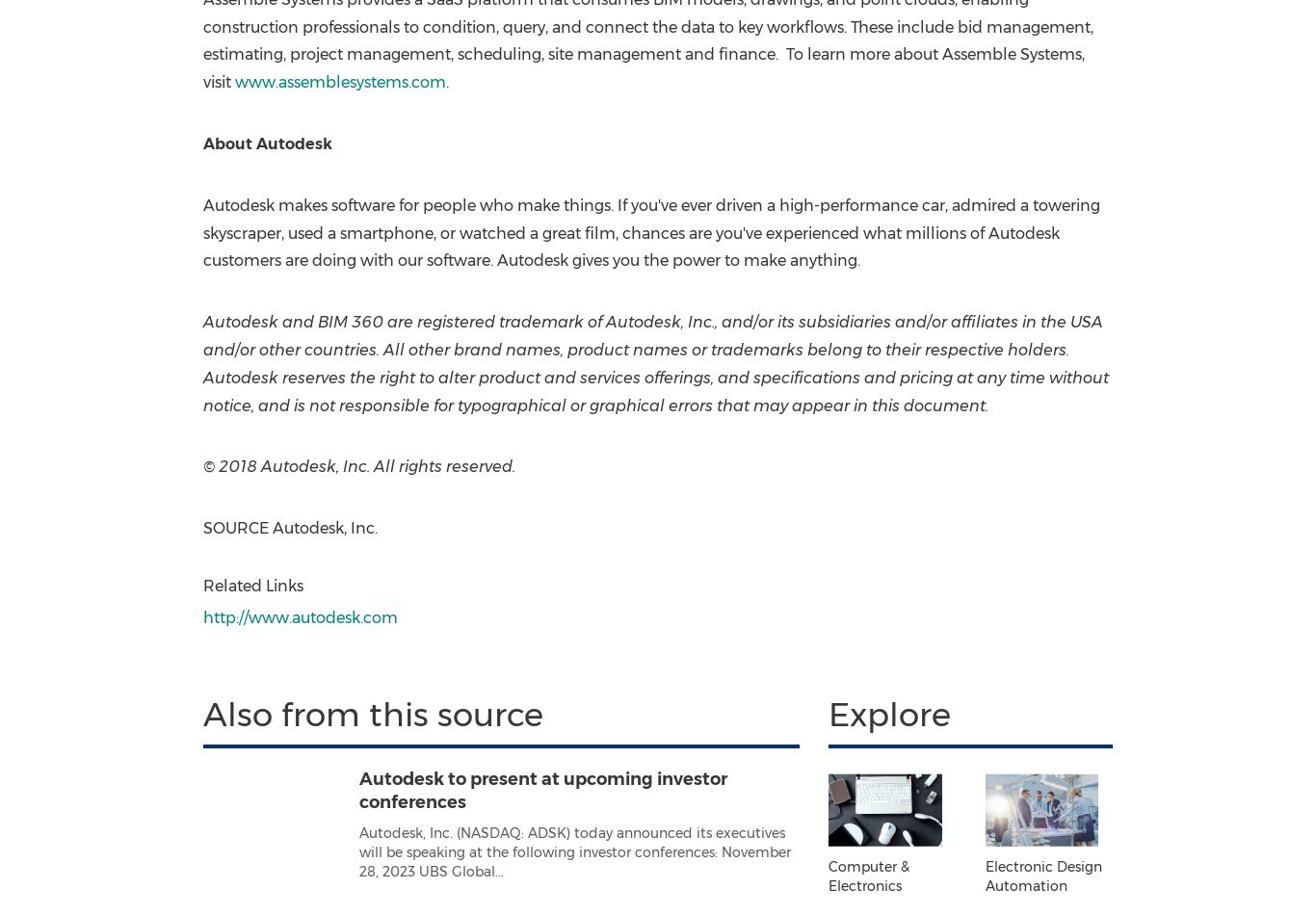 This screenshot has width=1316, height=915. Describe the element at coordinates (1084, 321) in the screenshot. I see `'USA'` at that location.